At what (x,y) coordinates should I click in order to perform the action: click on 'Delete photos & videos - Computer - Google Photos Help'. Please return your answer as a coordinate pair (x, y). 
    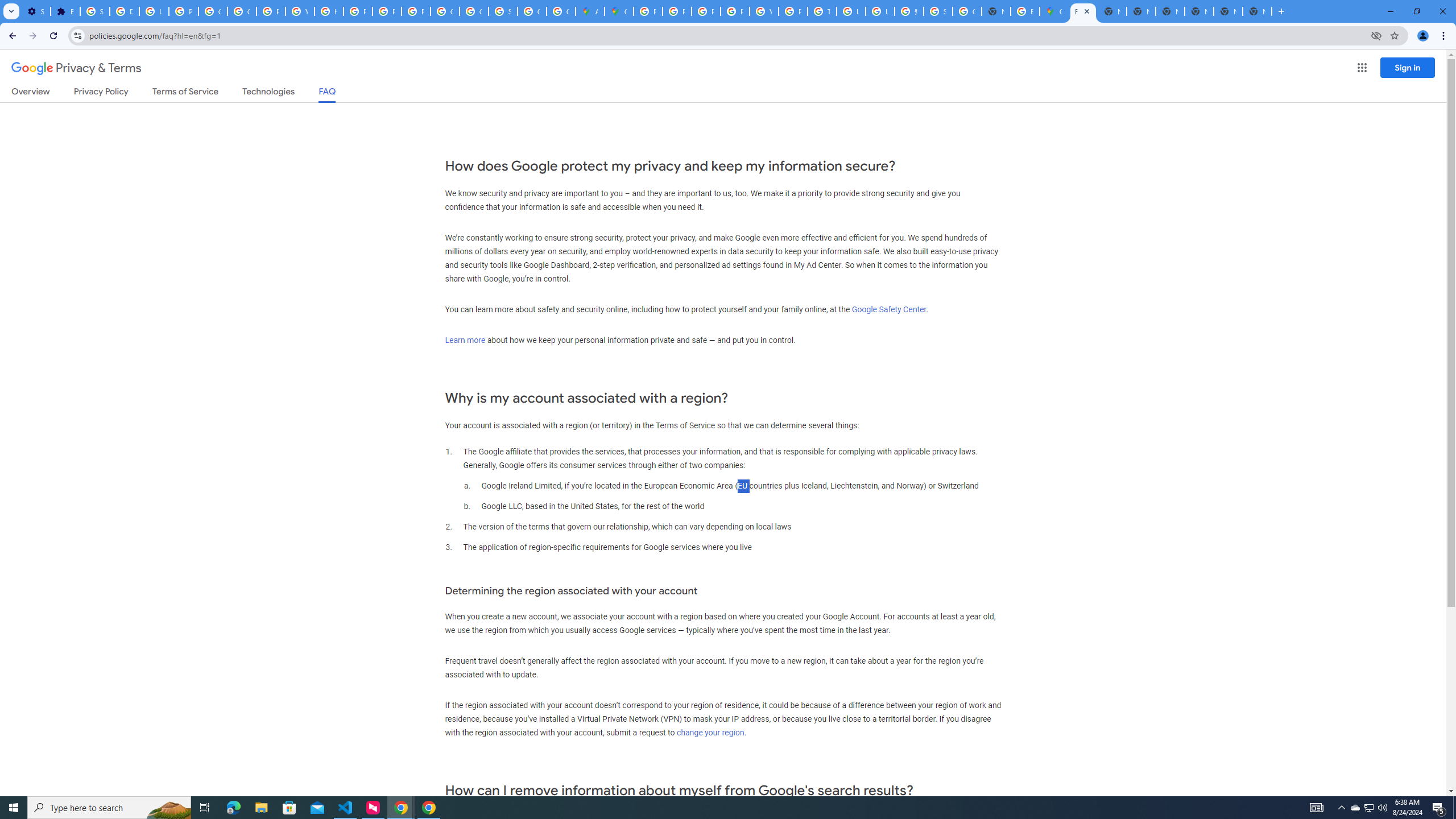
    Looking at the image, I should click on (123, 11).